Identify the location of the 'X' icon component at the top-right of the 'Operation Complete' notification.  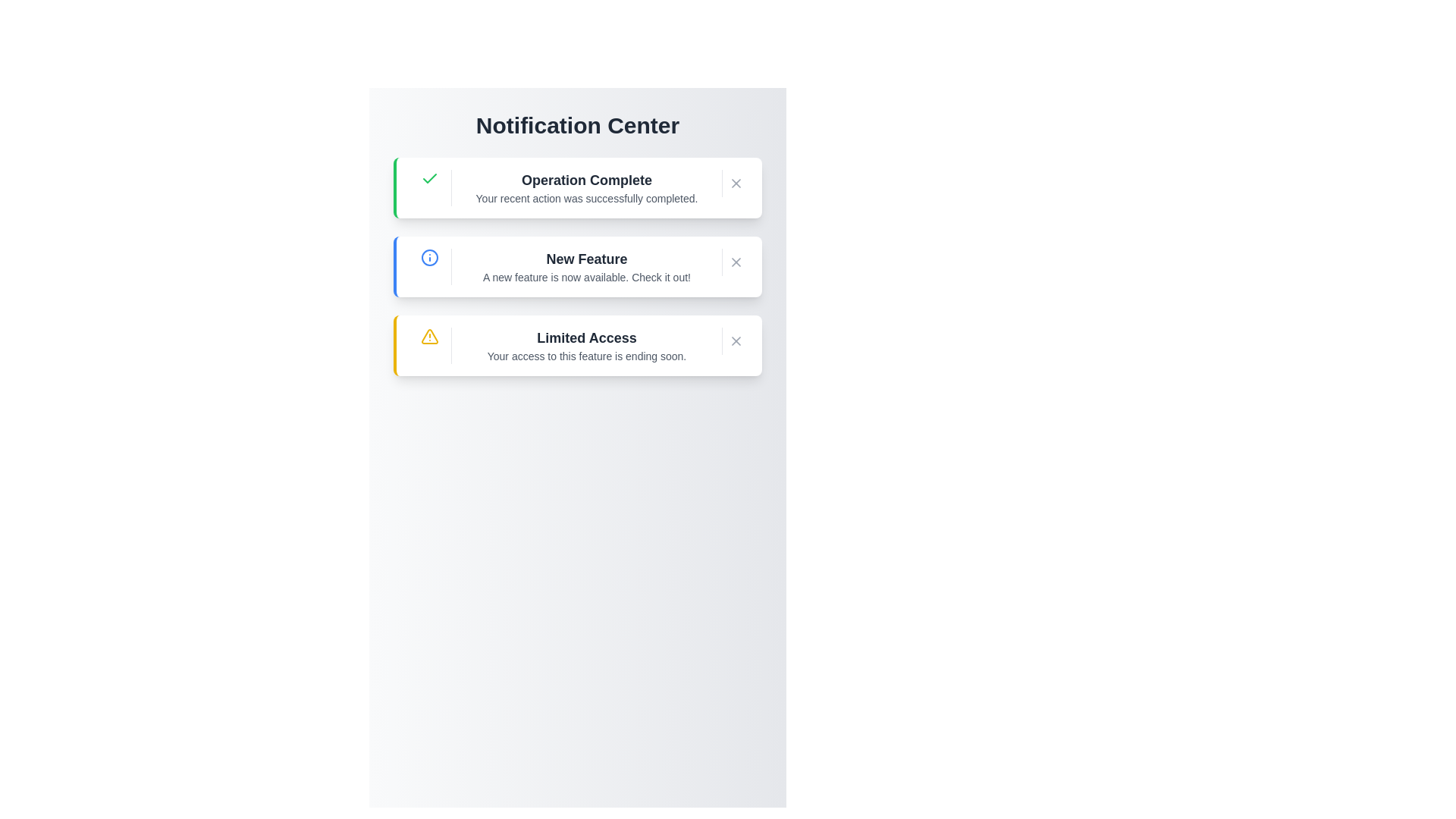
(736, 183).